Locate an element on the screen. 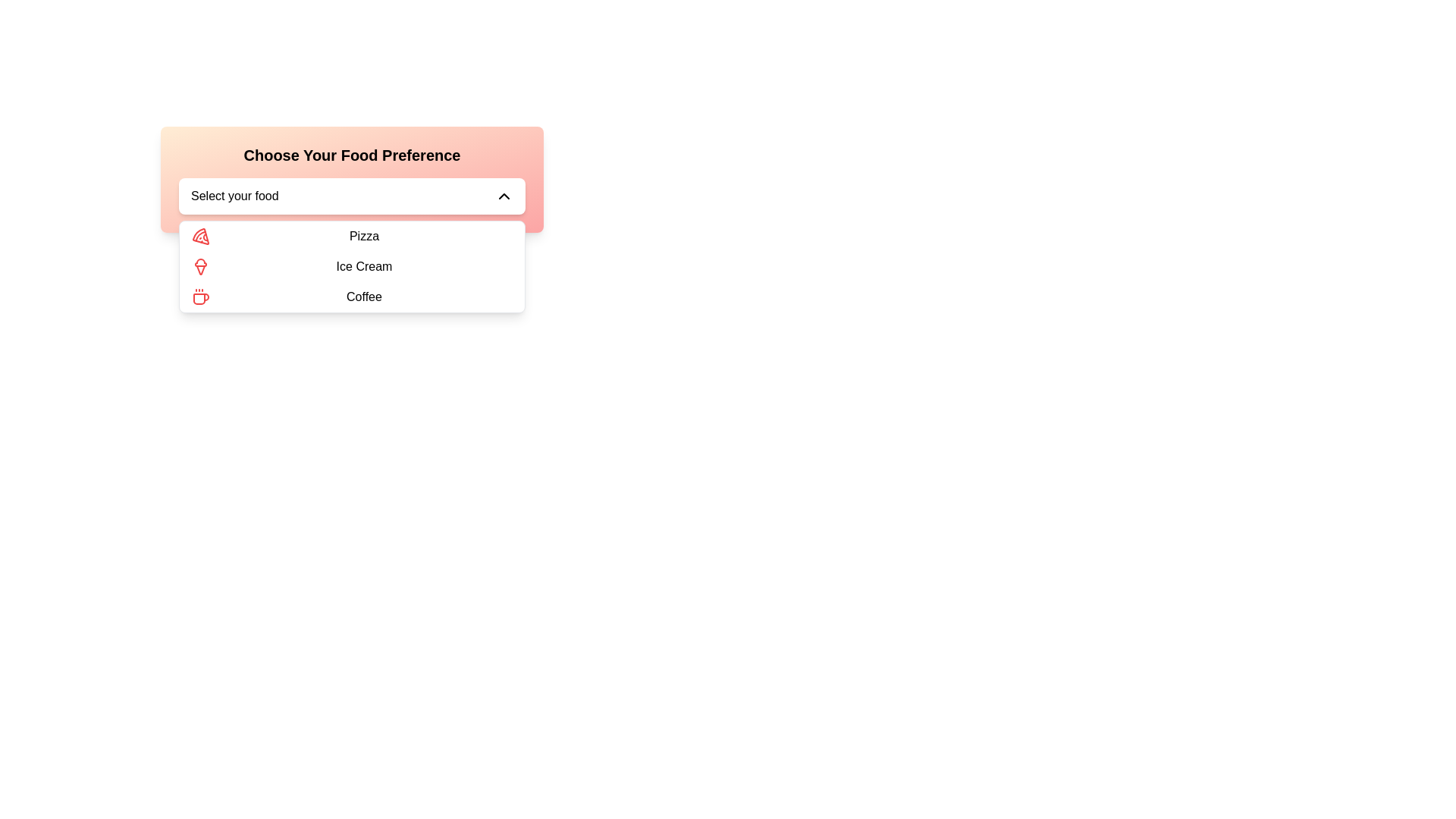 Image resolution: width=1456 pixels, height=819 pixels. the static text label that serves as a placeholder for the dropdown menu, indicating the current selection is located at coordinates (234, 195).